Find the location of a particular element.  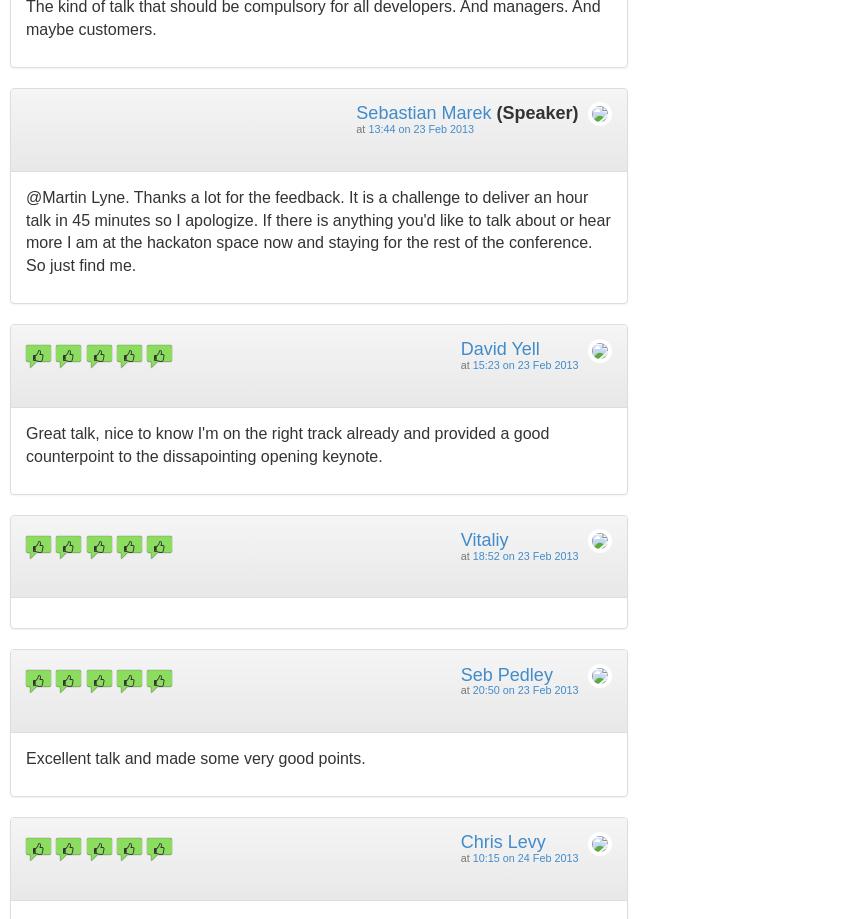

'13:44 on 23 Feb 2013' is located at coordinates (421, 128).